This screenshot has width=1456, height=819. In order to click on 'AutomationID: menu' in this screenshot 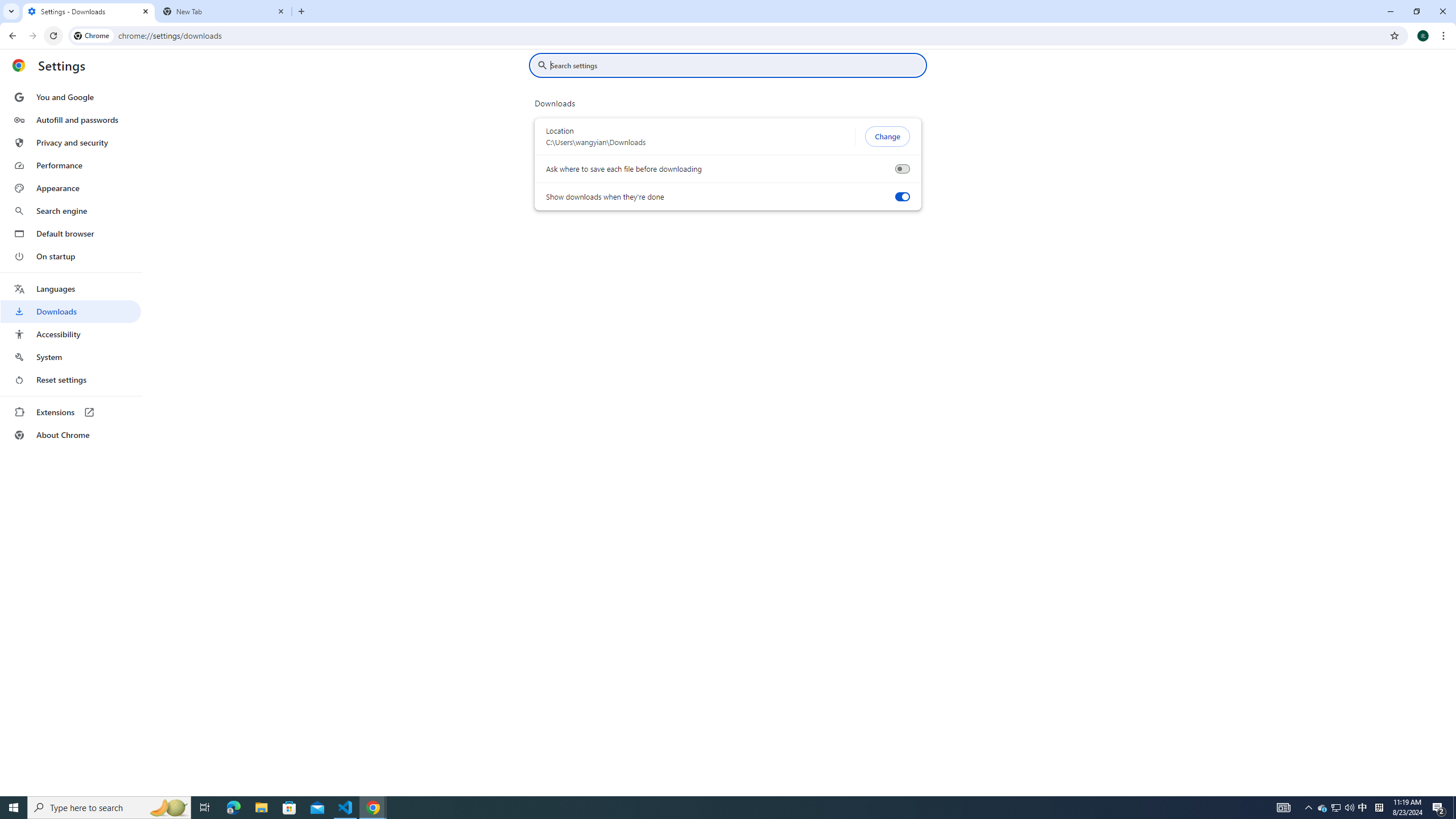, I will do `click(71, 266)`.